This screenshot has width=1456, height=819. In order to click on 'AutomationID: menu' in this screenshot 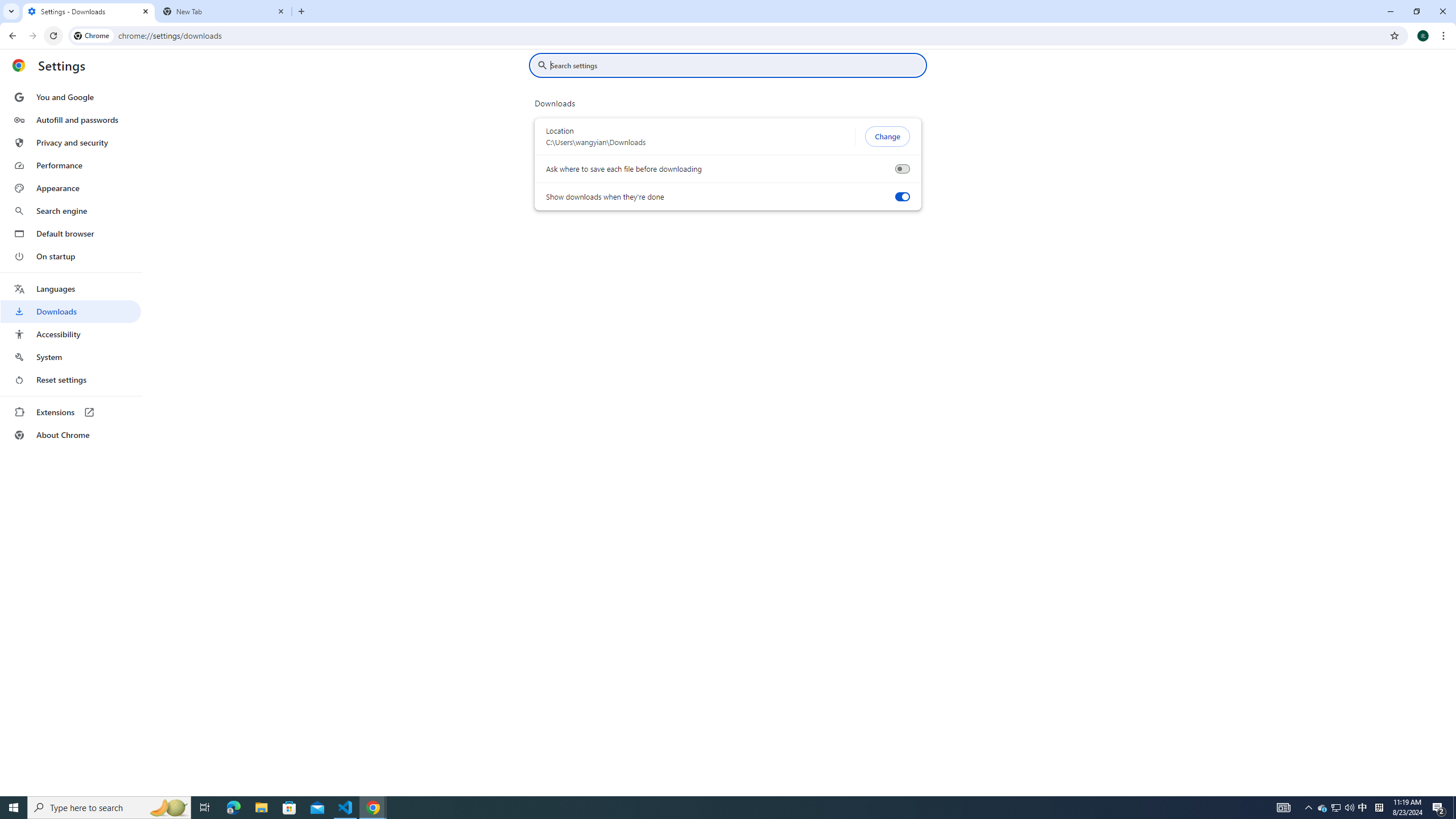, I will do `click(71, 266)`.